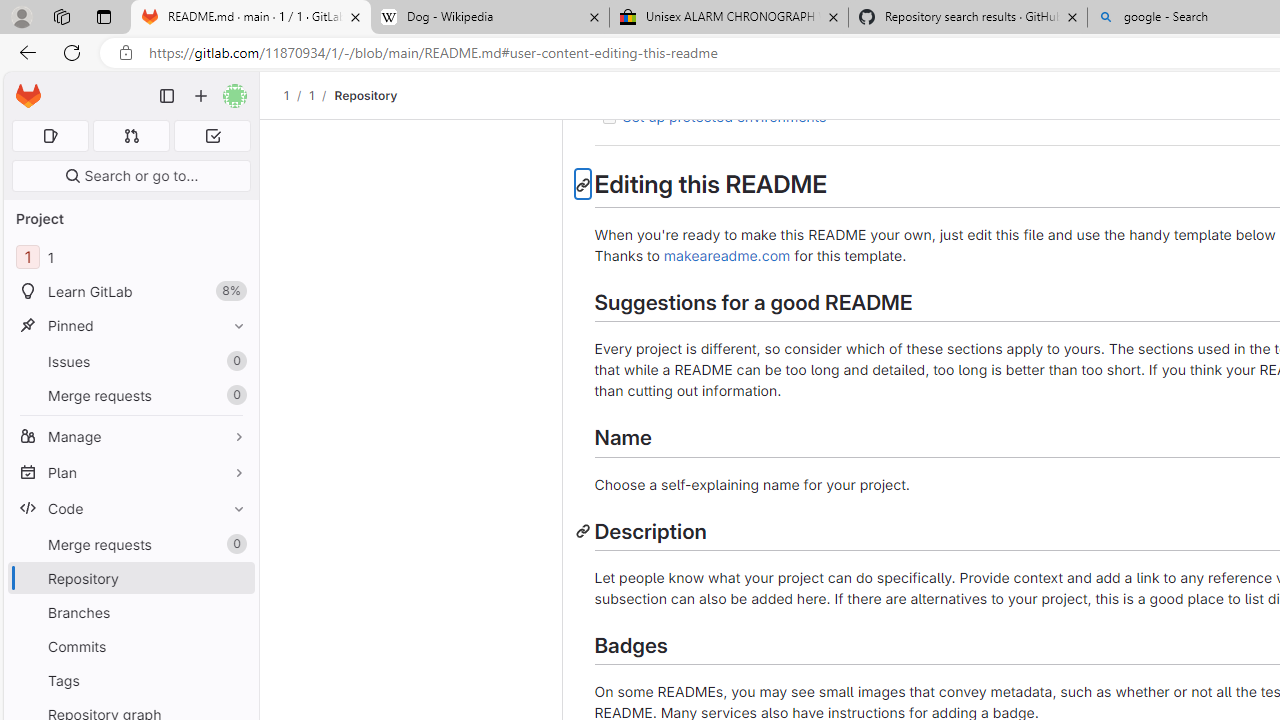 Image resolution: width=1280 pixels, height=720 pixels. Describe the element at coordinates (201, 96) in the screenshot. I see `'Create new...'` at that location.